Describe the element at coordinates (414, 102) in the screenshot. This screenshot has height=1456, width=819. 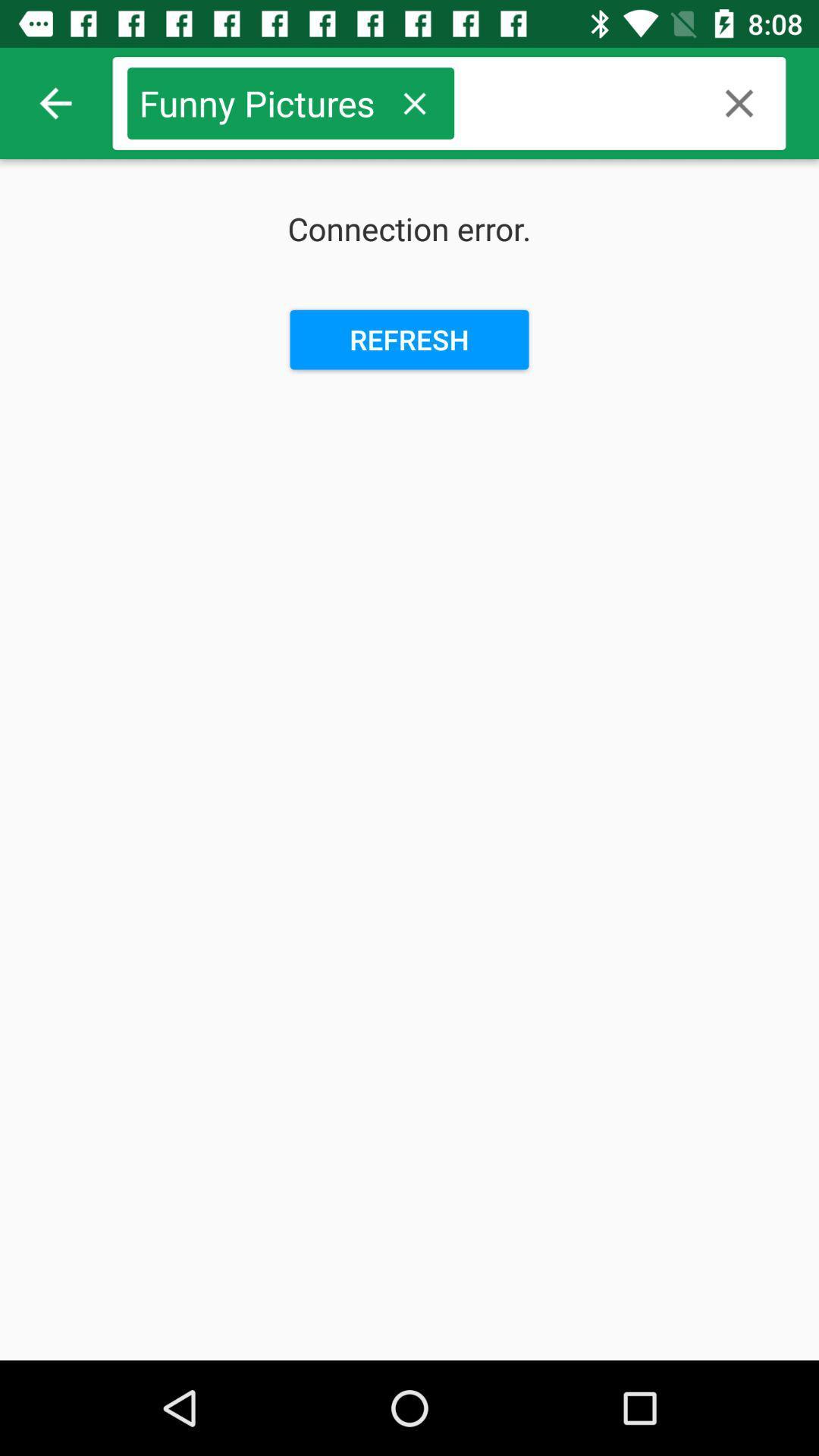
I see `icon next to funny pictures item` at that location.